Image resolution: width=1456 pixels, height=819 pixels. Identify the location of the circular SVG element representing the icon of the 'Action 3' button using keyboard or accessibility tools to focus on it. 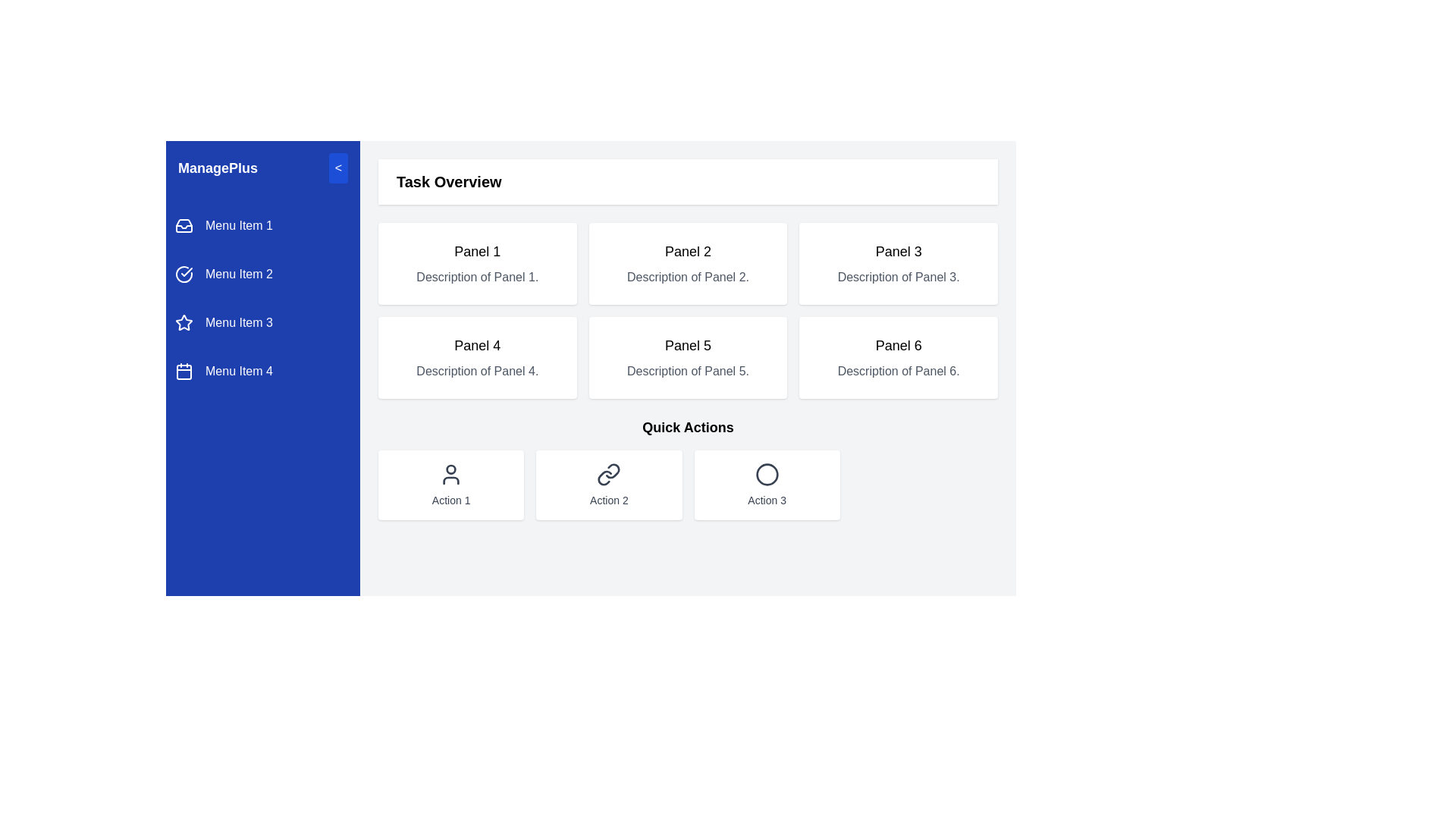
(767, 473).